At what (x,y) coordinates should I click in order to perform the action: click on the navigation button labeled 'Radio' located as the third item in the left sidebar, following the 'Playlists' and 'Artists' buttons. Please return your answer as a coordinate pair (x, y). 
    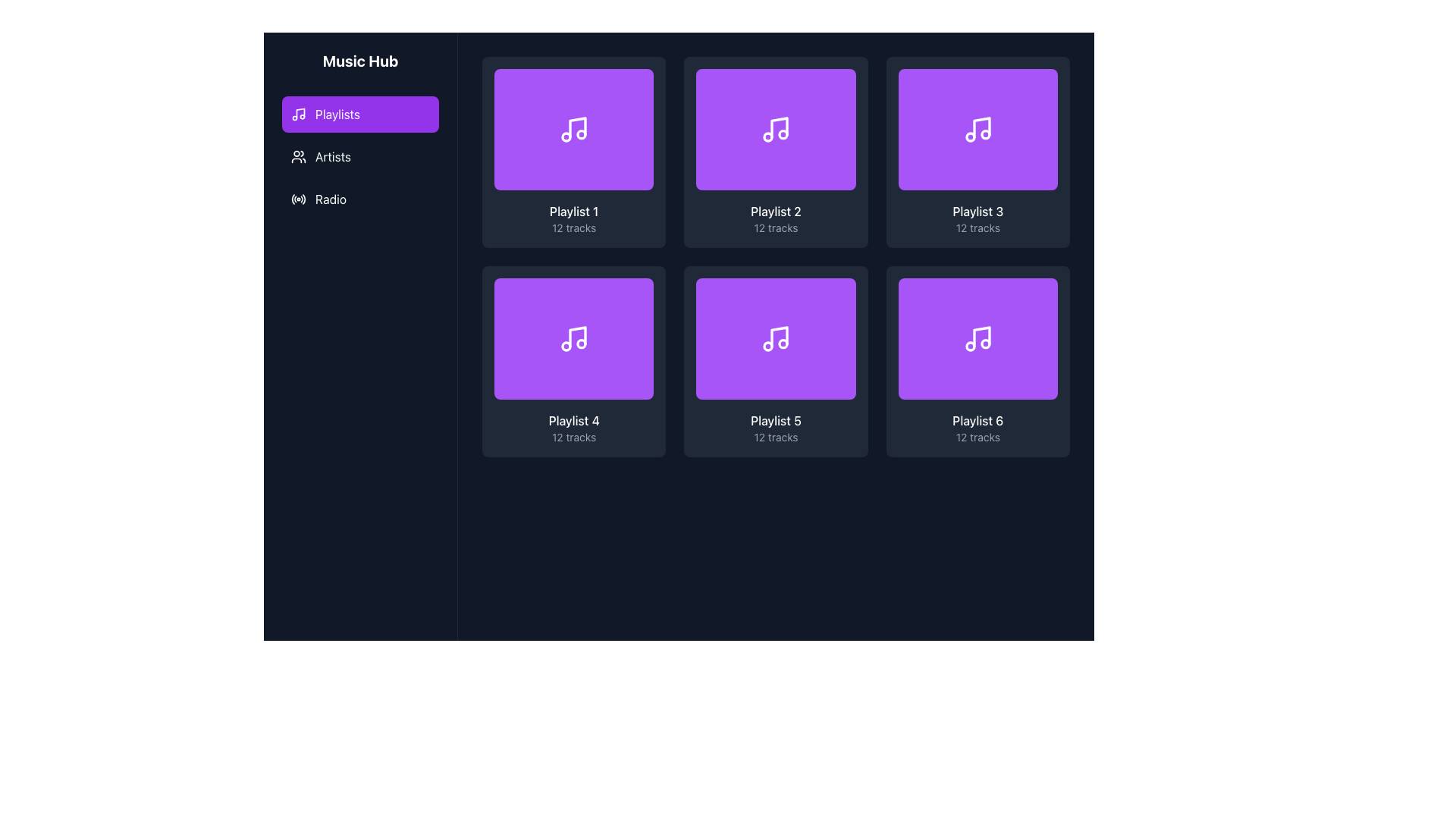
    Looking at the image, I should click on (359, 198).